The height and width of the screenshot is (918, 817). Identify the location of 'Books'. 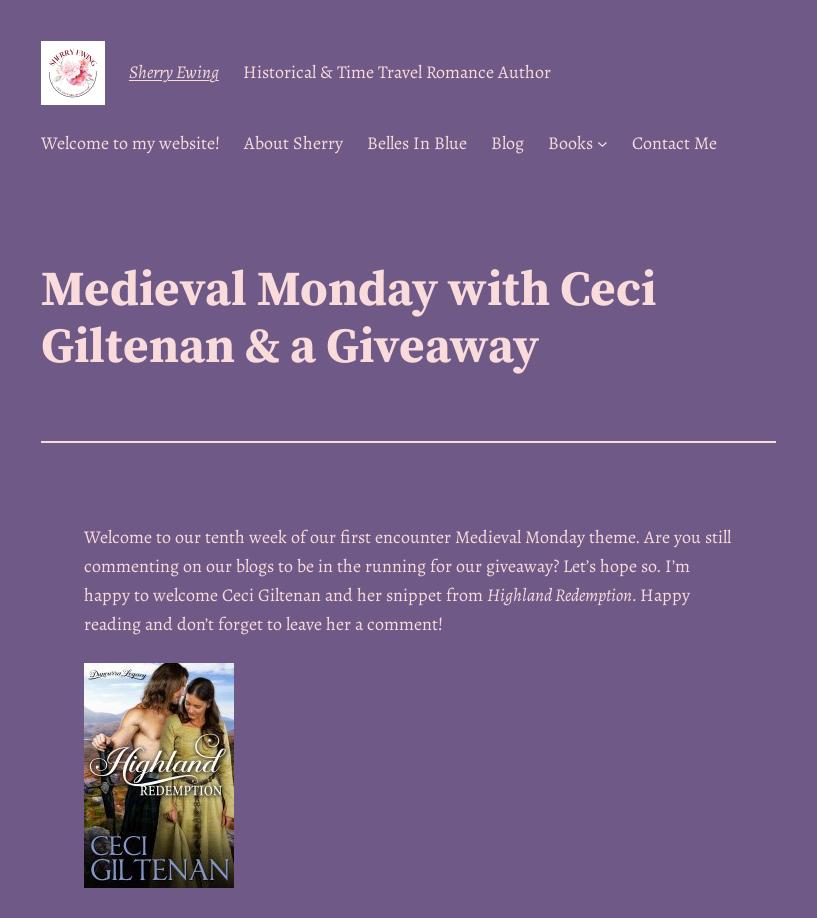
(568, 141).